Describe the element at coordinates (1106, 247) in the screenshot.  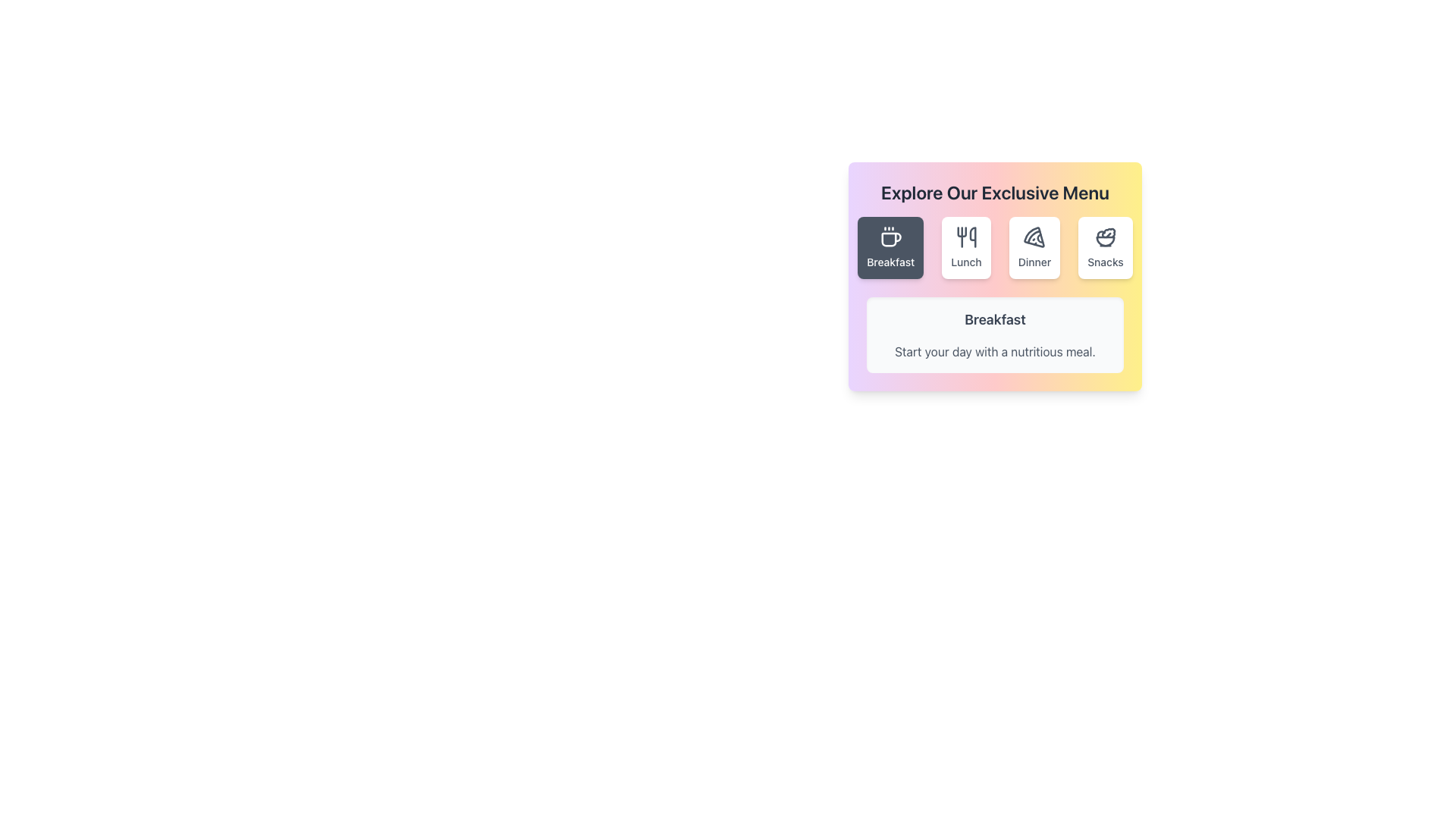
I see `the 'Snacks' button located as the fourth item in a horizontal menu layout to trigger visual feedback` at that location.